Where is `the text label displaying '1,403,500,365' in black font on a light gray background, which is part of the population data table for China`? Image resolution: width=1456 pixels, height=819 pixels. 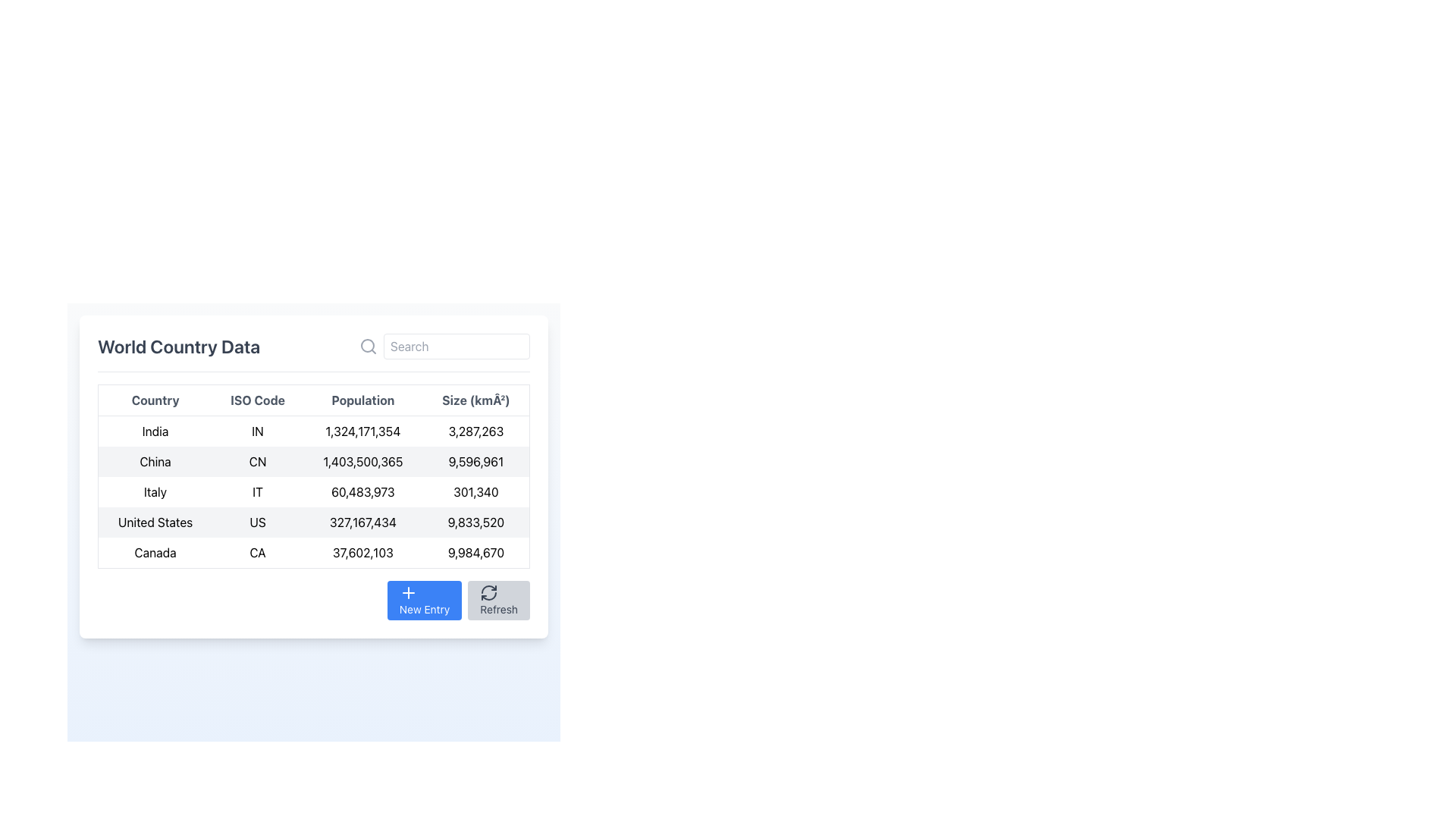 the text label displaying '1,403,500,365' in black font on a light gray background, which is part of the population data table for China is located at coordinates (362, 461).